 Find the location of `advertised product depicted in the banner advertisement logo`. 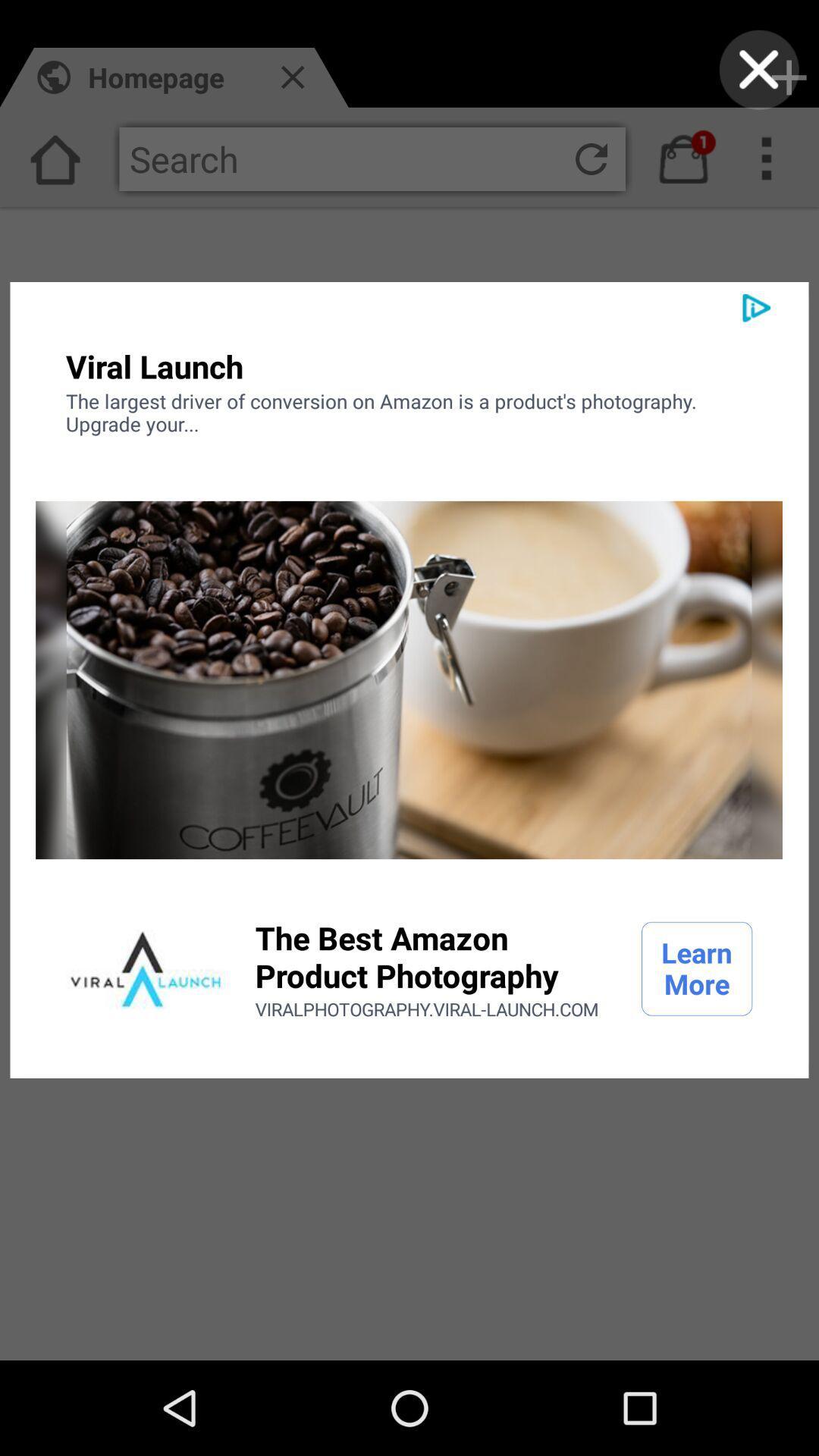

advertised product depicted in the banner advertisement logo is located at coordinates (146, 968).